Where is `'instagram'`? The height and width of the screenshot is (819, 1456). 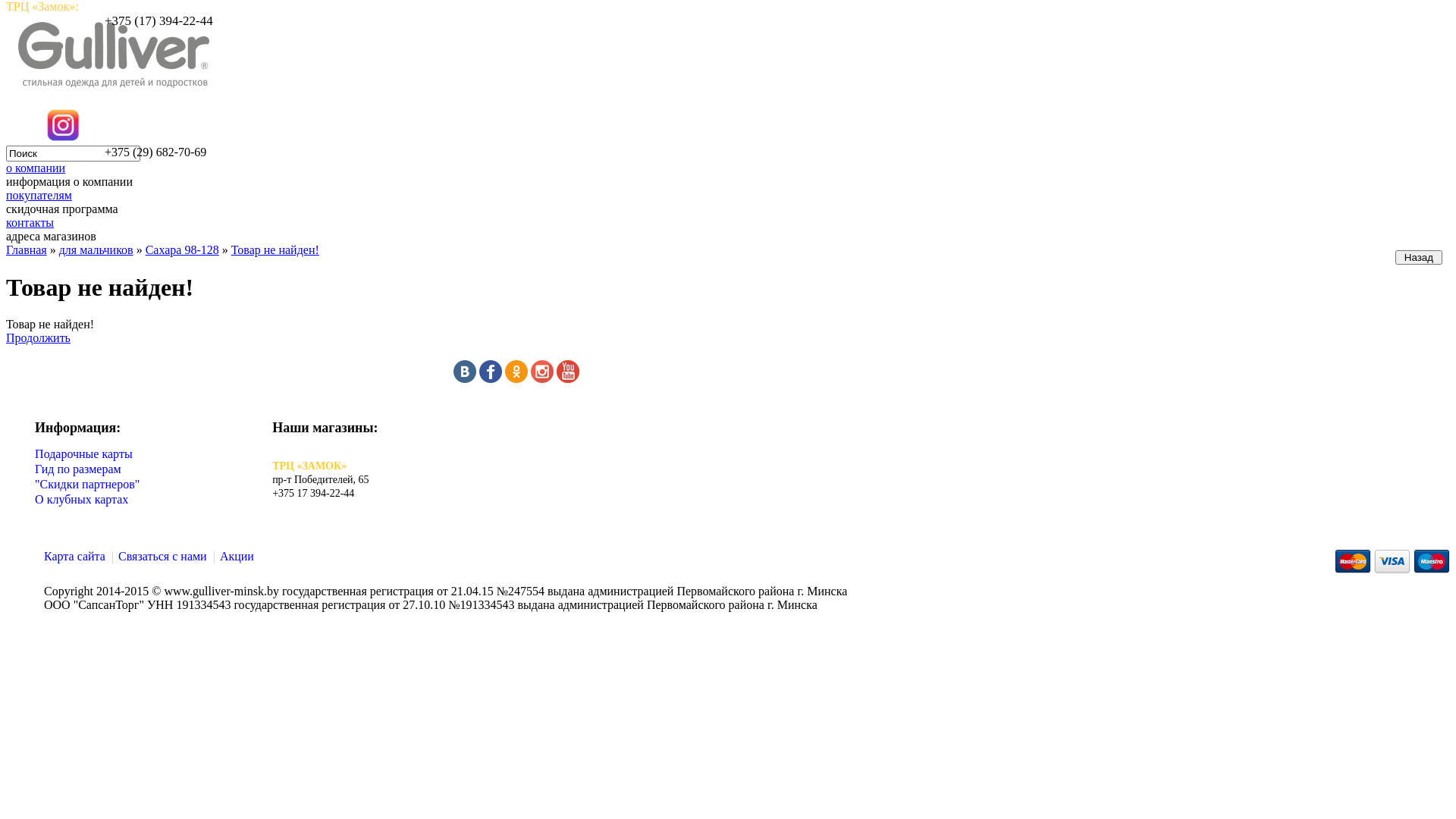 'instagram' is located at coordinates (542, 378).